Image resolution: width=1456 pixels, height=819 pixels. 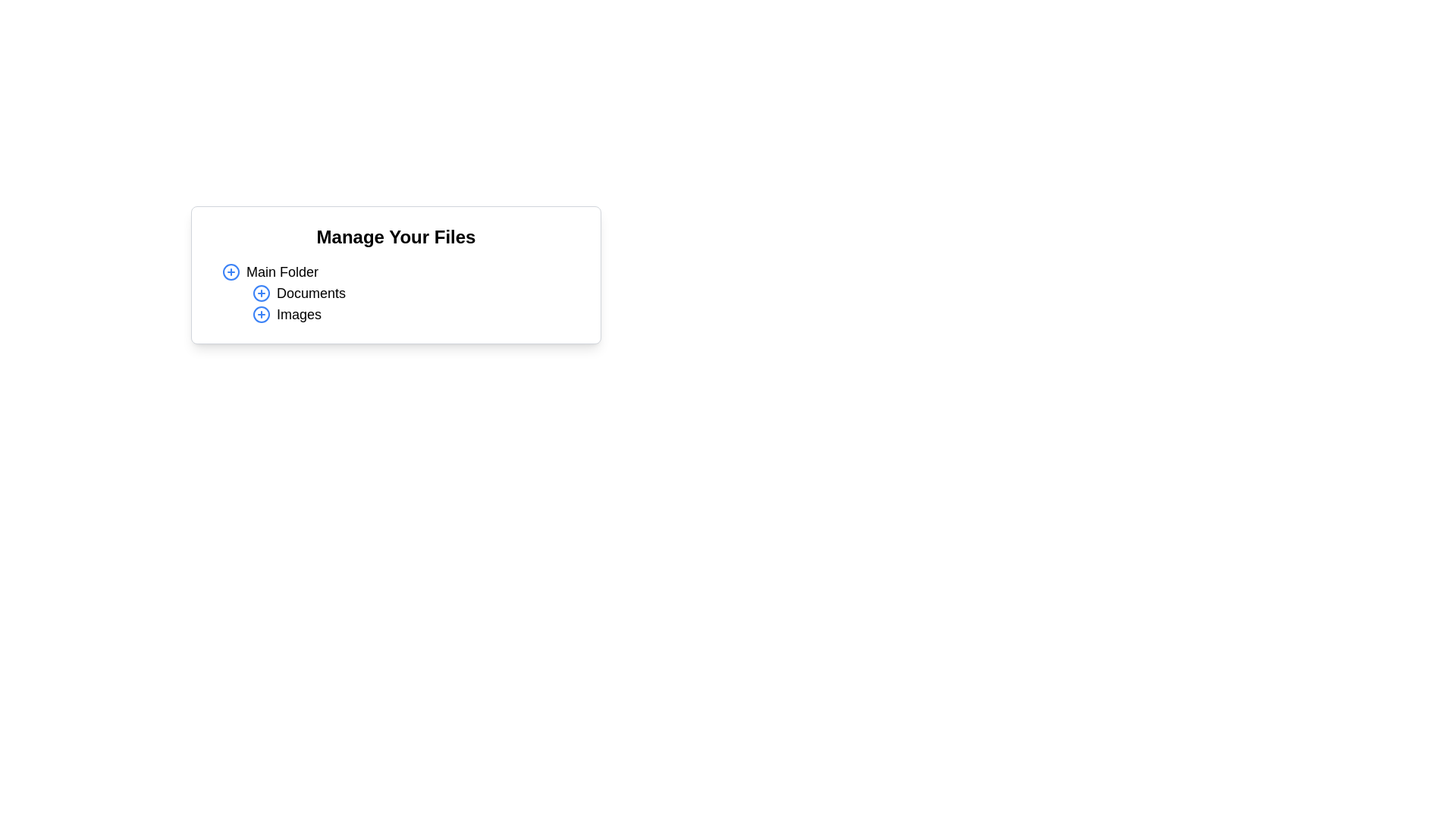 What do you see at coordinates (262, 314) in the screenshot?
I see `the circular 'circle-plus' icon located next to the 'Images' label in the 'Manage Your Files' panel, which is the third element in the list` at bounding box center [262, 314].